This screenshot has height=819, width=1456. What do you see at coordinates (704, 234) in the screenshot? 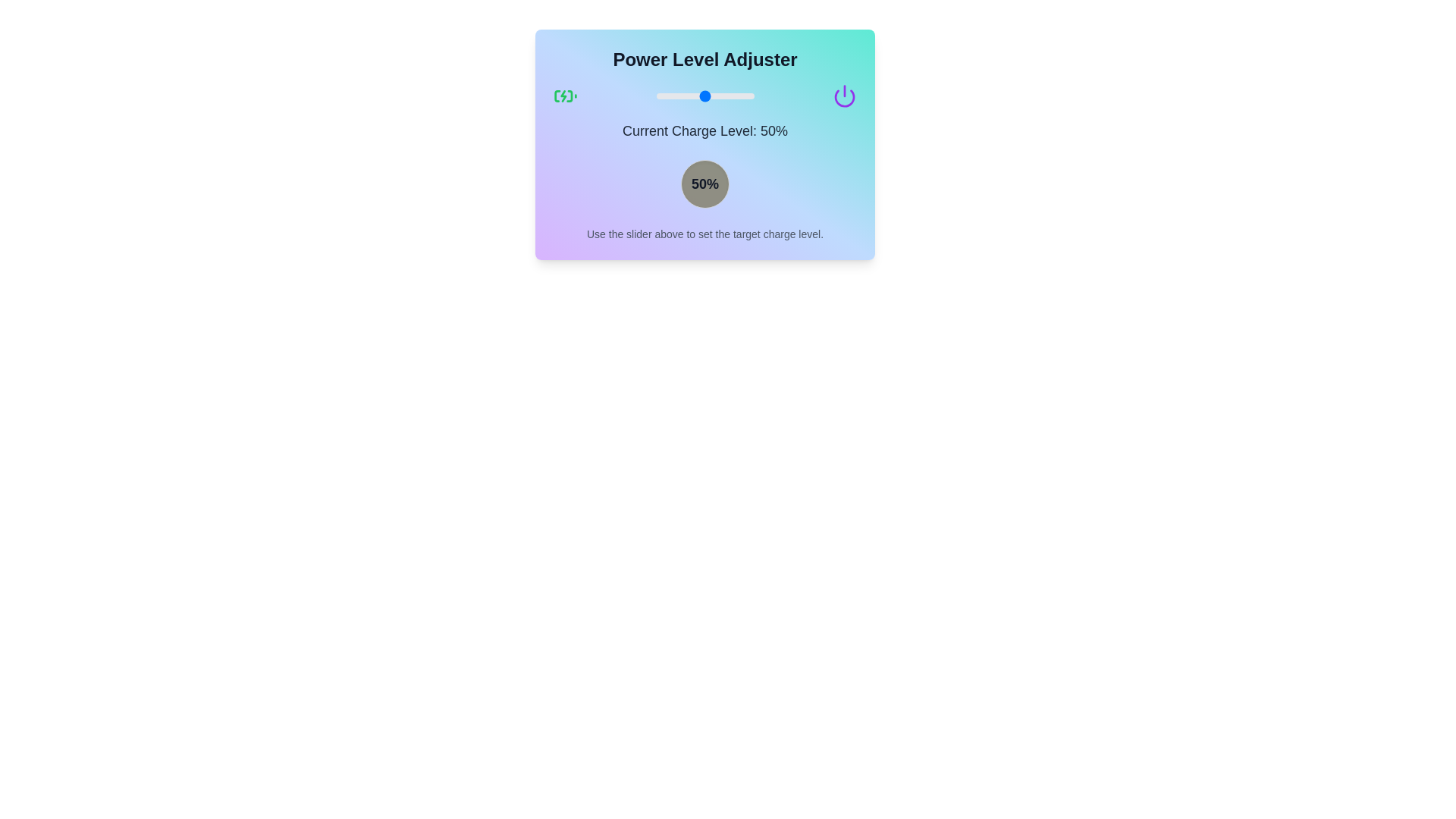
I see `the text label that reads 'Use the slider above to set the target charge level.', which is positioned at the bottom of the card, below the circular indicator showing '50%'` at bounding box center [704, 234].